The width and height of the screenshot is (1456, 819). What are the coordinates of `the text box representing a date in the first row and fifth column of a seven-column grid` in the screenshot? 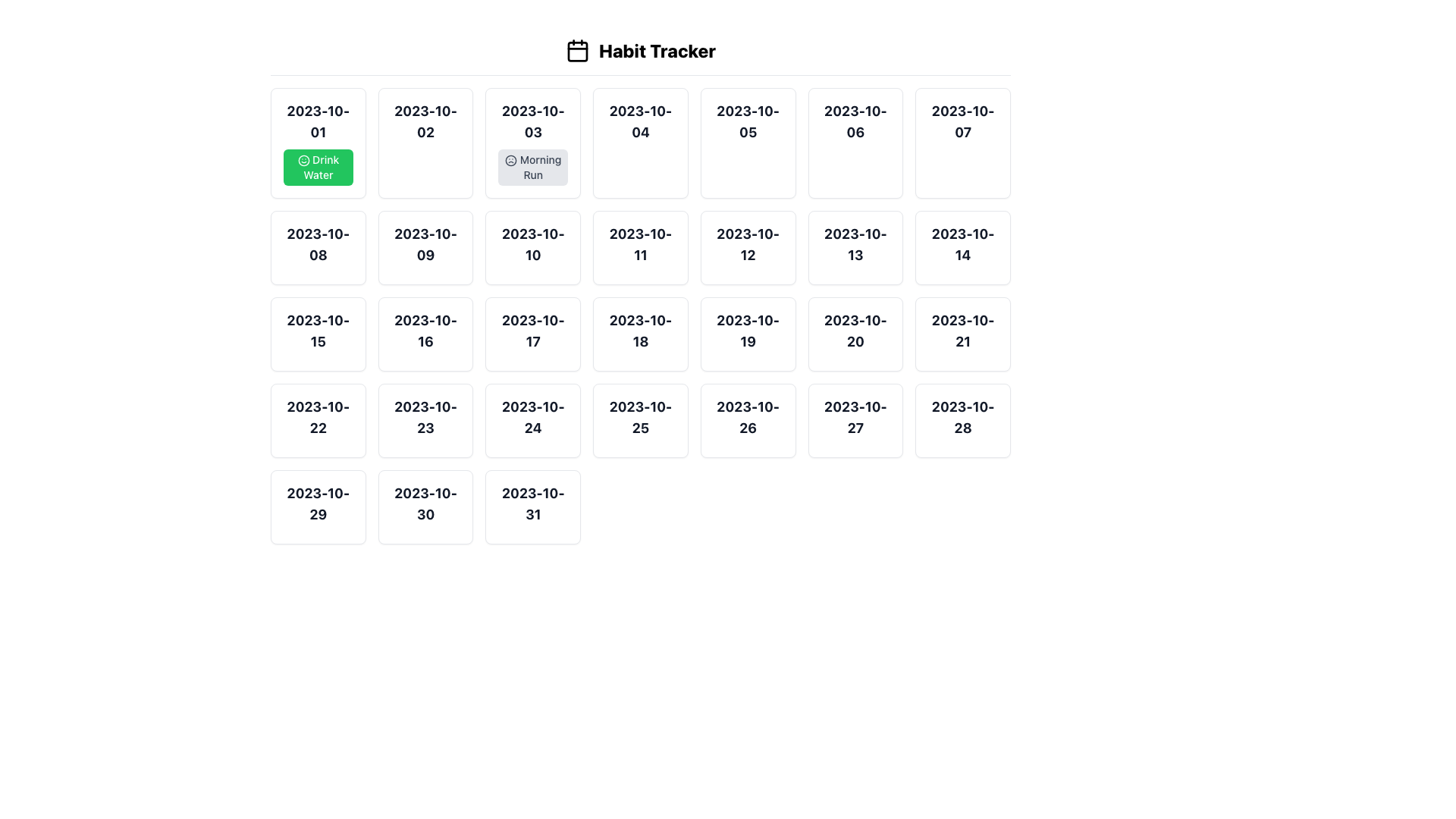 It's located at (748, 143).